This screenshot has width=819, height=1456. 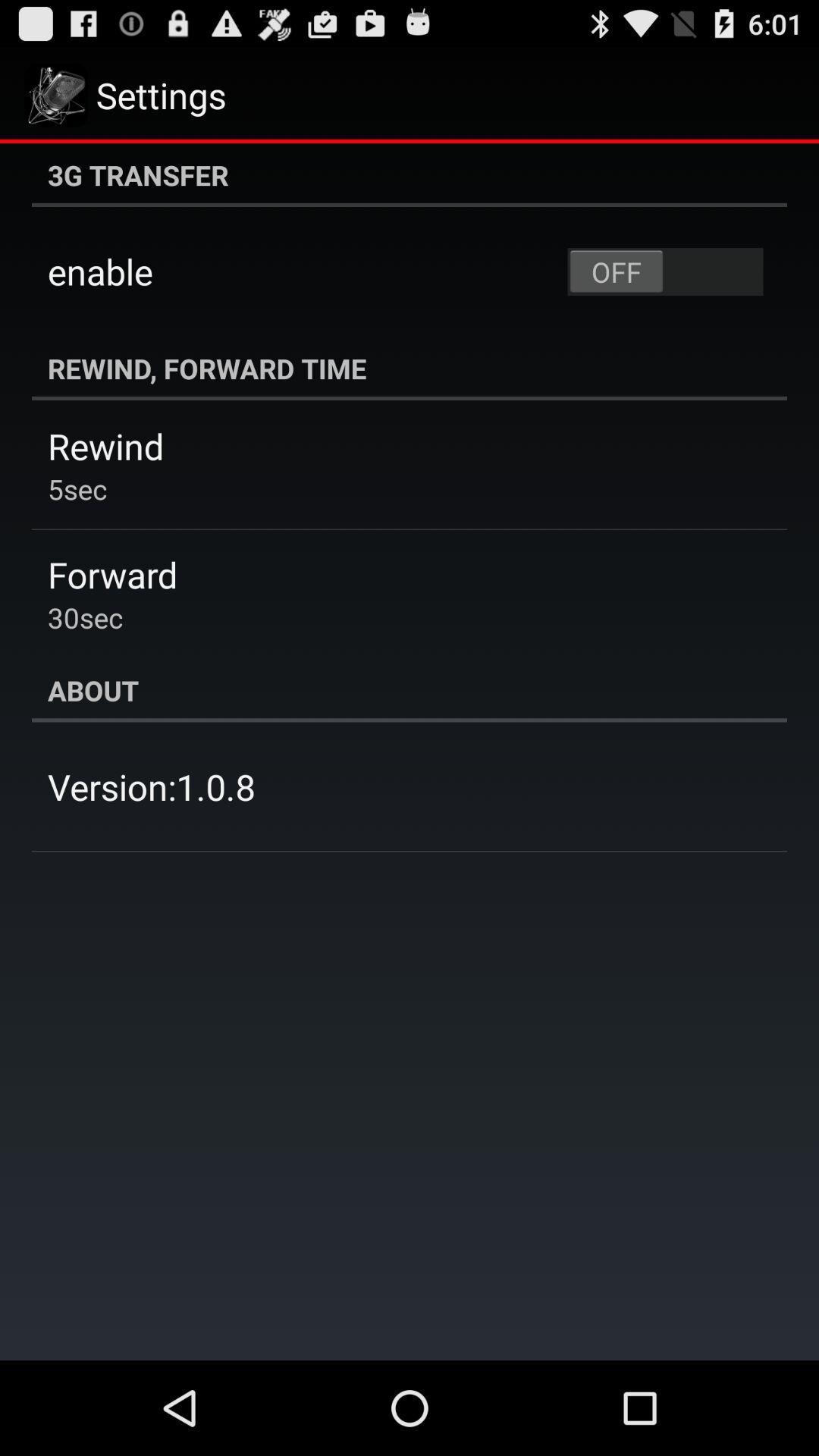 I want to click on app above rewind, forward time app, so click(x=664, y=271).